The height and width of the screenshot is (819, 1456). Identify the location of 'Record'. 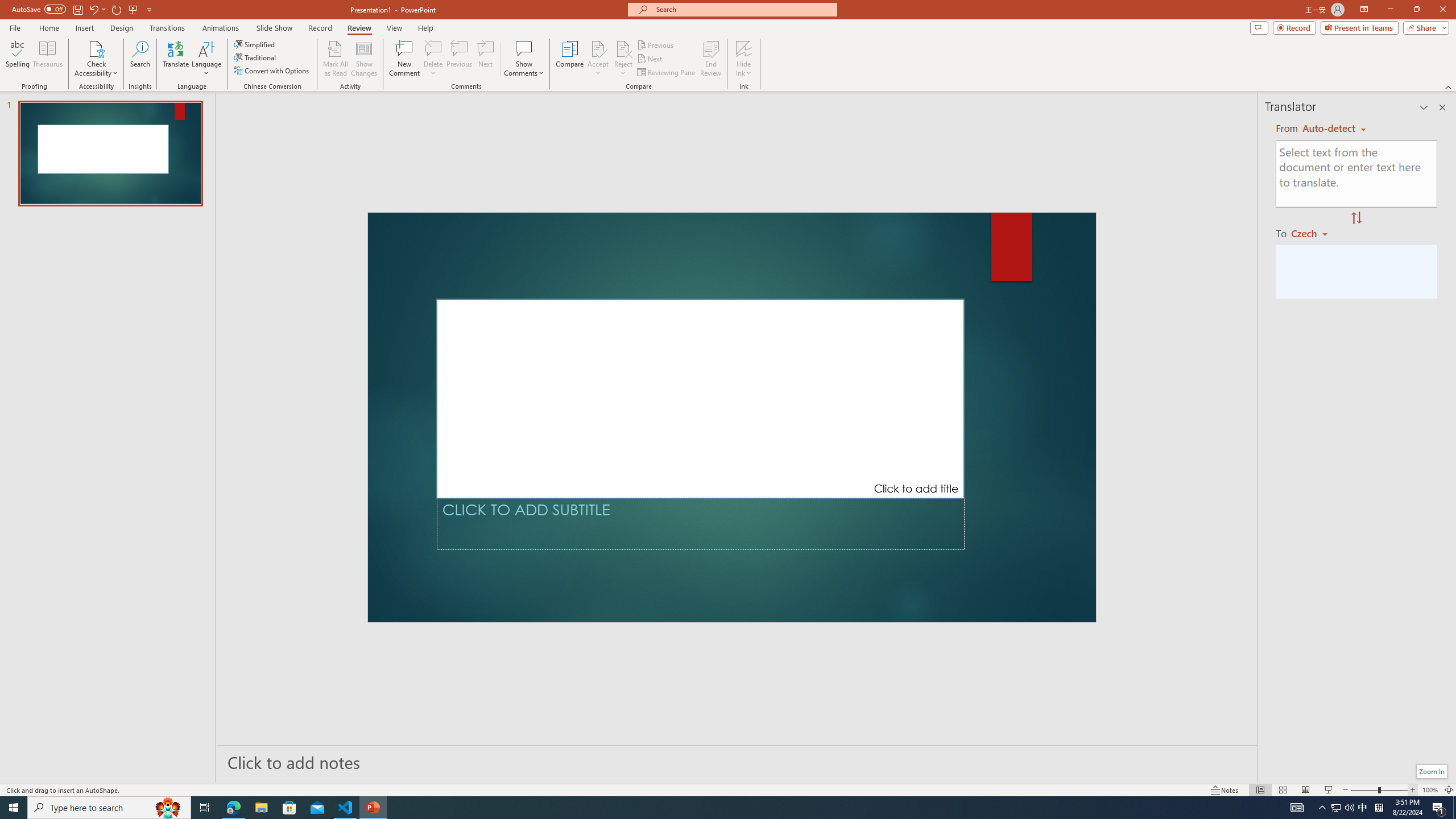
(1293, 27).